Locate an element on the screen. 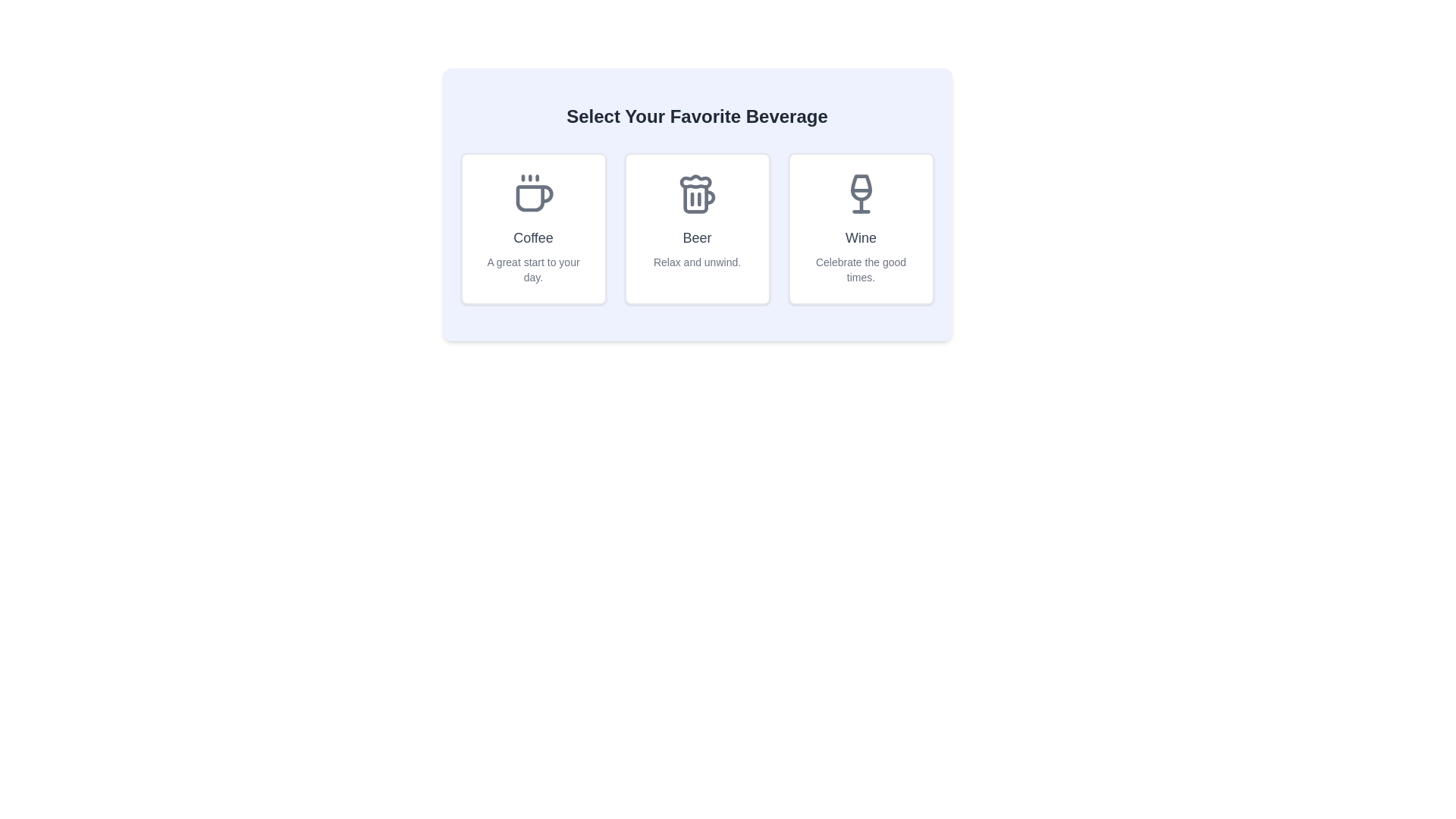  the 'Coffee' label, which is styled with a medium-sized bold gray font and positioned below a coffee icon and above a description text is located at coordinates (533, 237).